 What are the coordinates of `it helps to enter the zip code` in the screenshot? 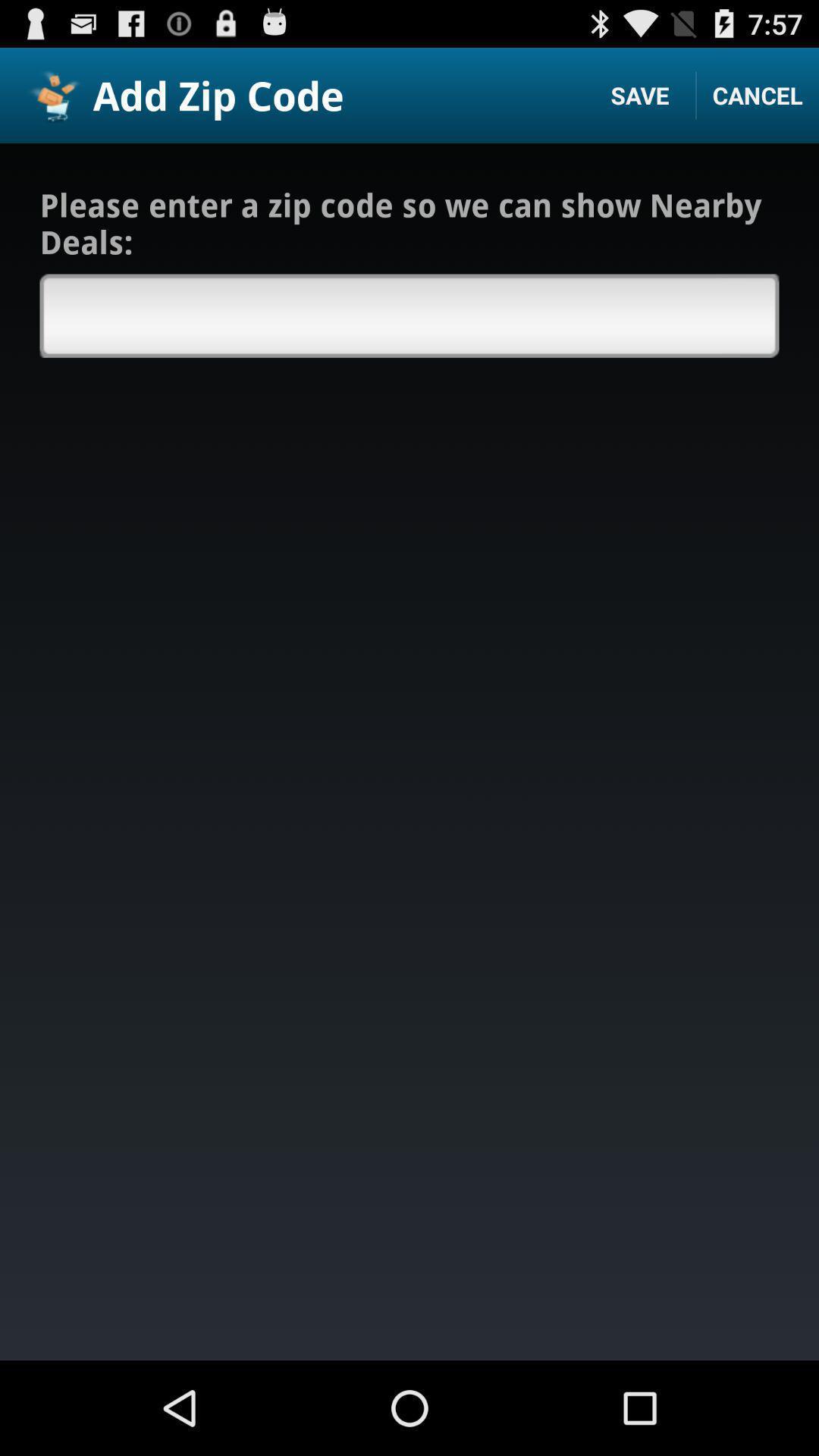 It's located at (409, 315).